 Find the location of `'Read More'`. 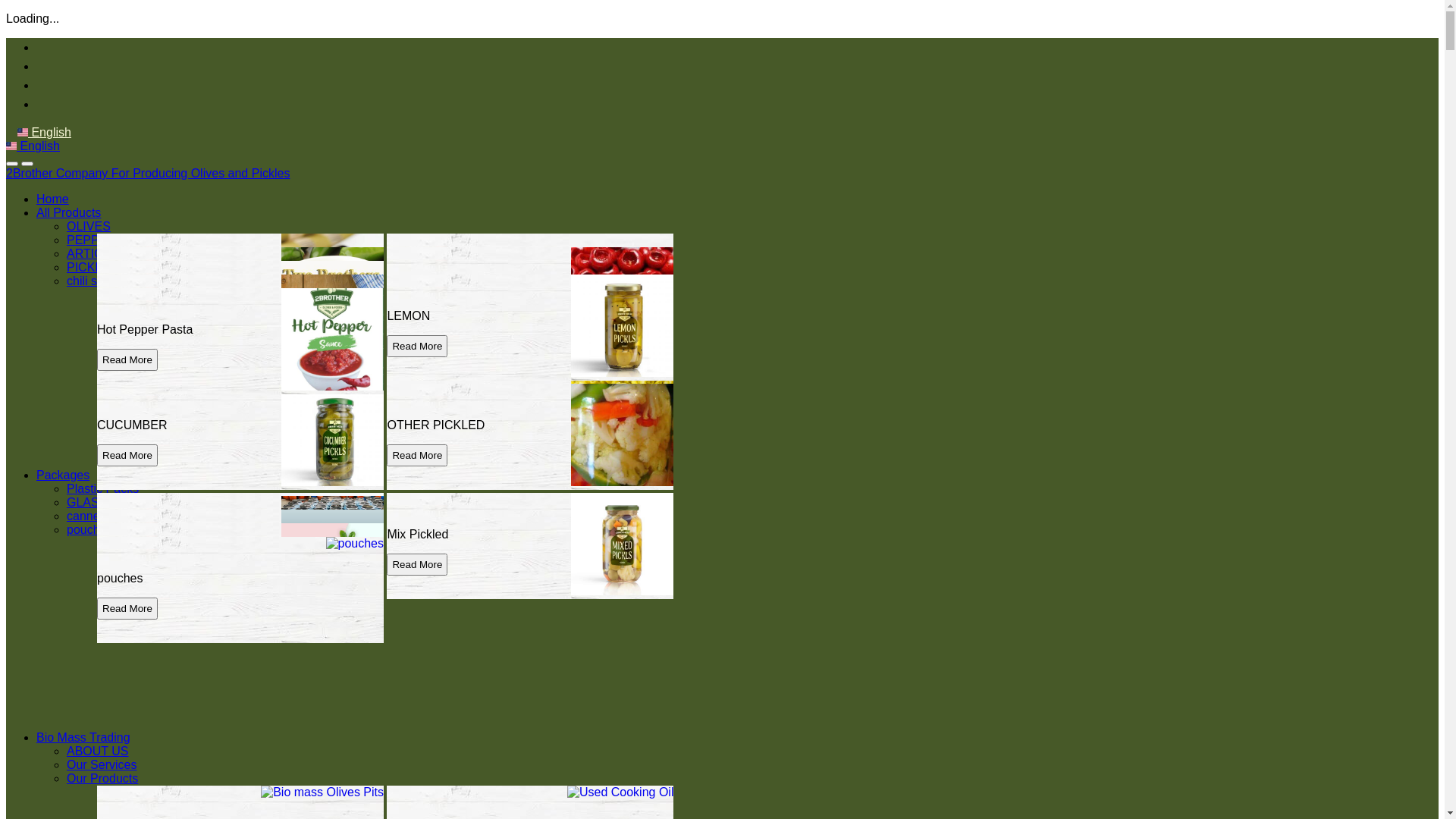

'Read More' is located at coordinates (386, 428).